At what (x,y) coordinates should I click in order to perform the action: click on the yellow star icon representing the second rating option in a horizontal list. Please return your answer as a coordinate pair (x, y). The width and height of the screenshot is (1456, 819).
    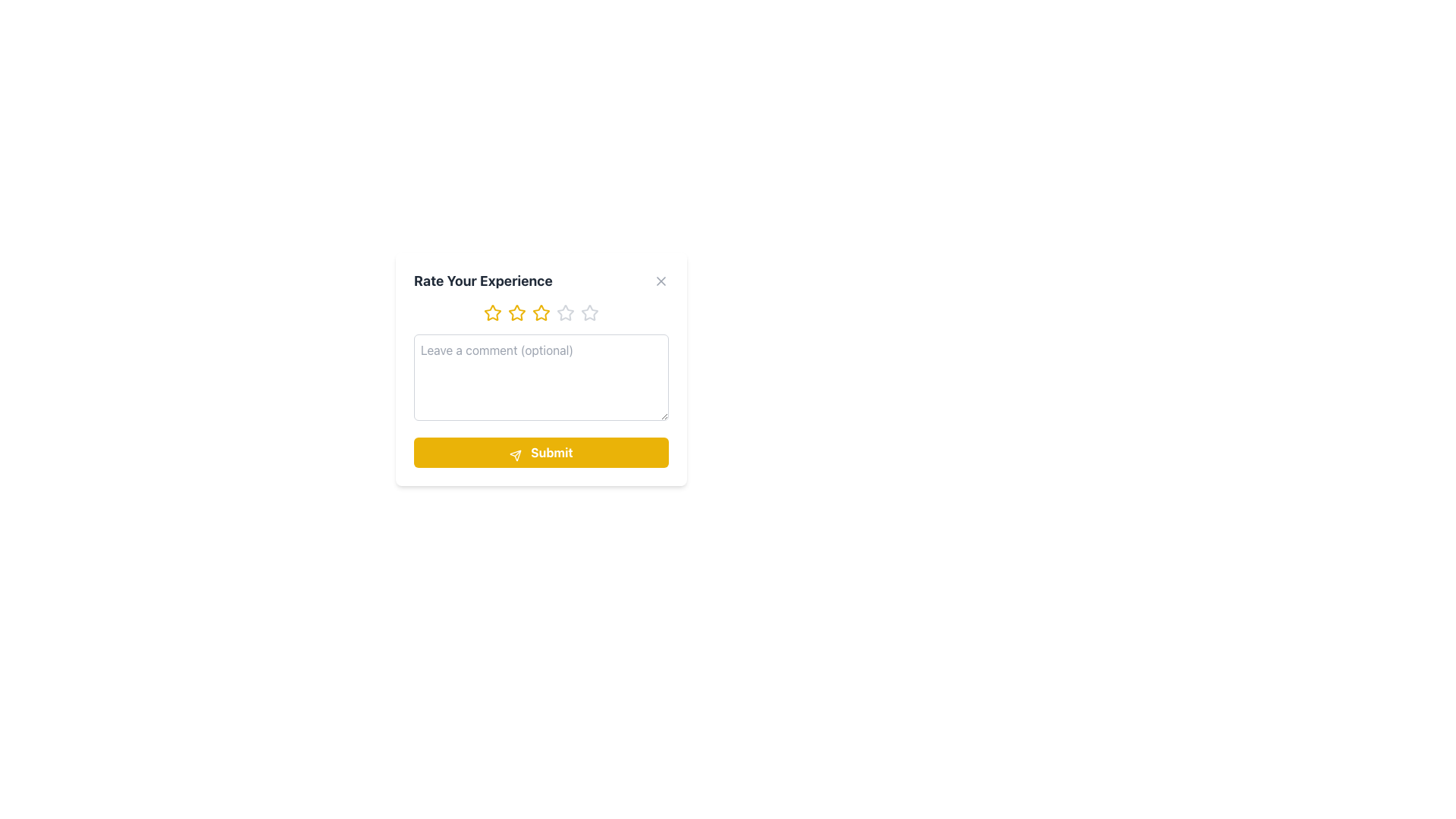
    Looking at the image, I should click on (492, 312).